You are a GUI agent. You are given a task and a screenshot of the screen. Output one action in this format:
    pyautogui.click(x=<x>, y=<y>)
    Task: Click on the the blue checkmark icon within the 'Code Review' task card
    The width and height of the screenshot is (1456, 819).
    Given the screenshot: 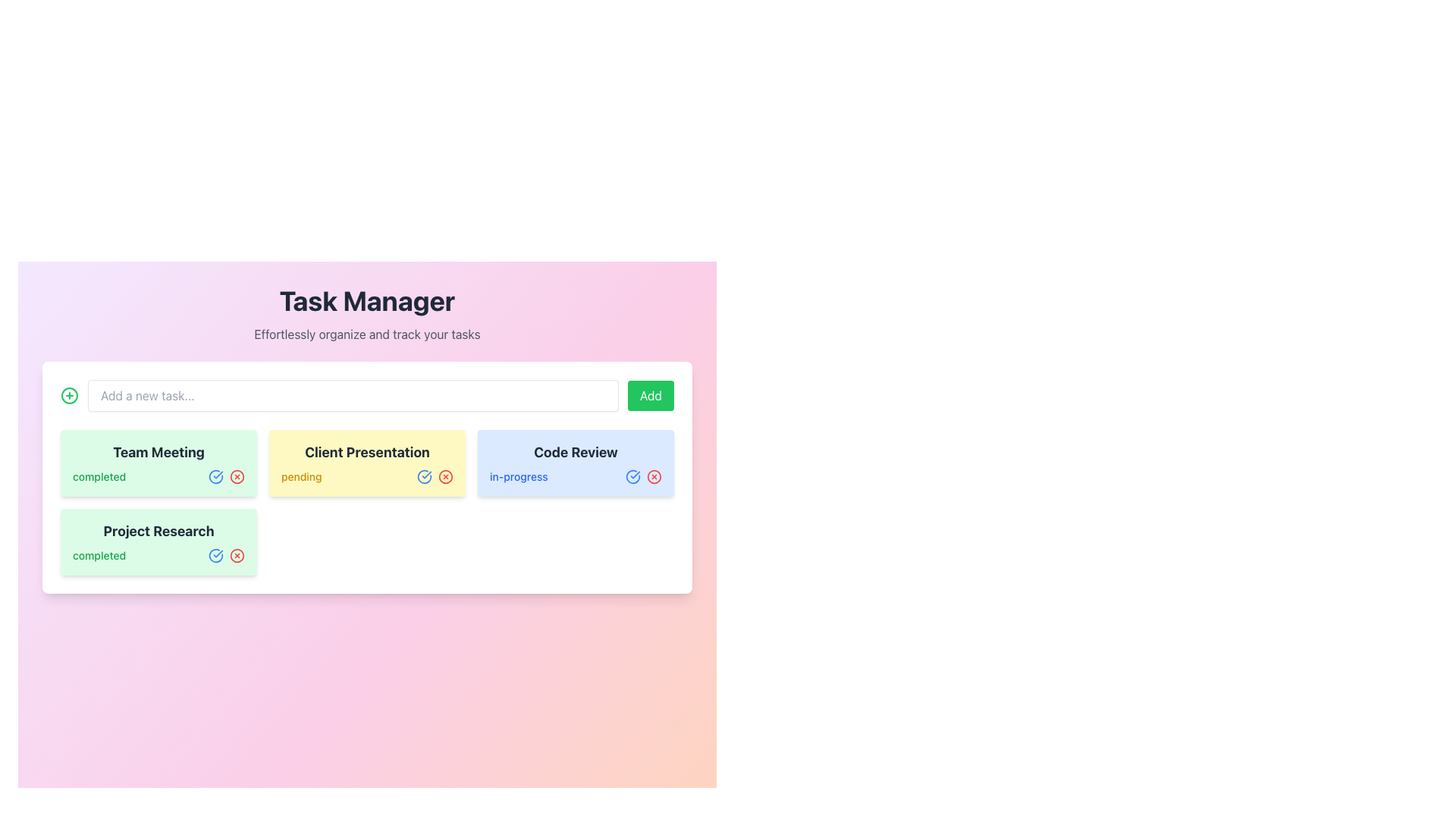 What is the action you would take?
    pyautogui.click(x=425, y=475)
    